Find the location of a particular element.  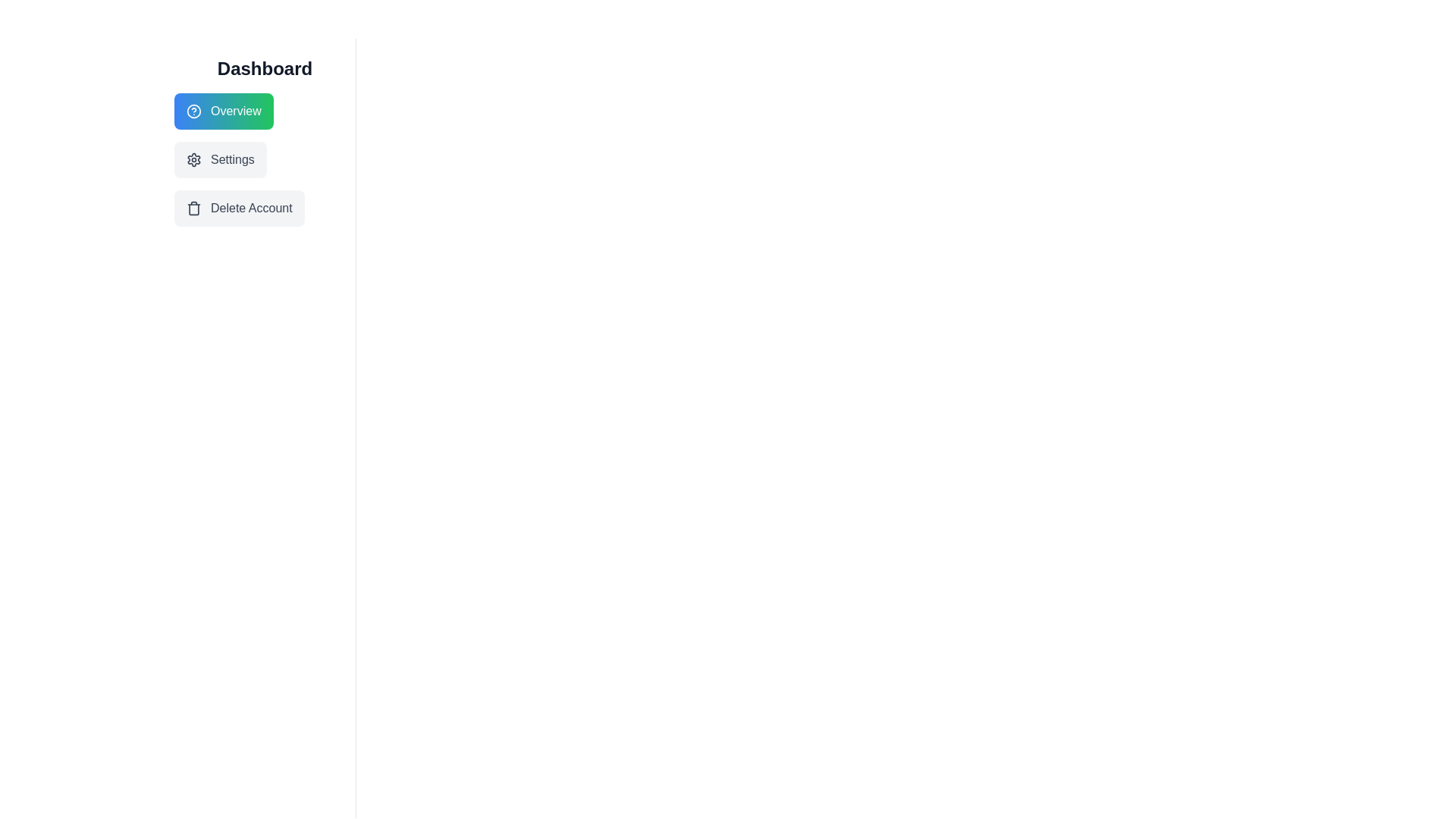

the trash bin icon located to the left of the 'Delete Account' text in the vertical navigation menu is located at coordinates (193, 208).